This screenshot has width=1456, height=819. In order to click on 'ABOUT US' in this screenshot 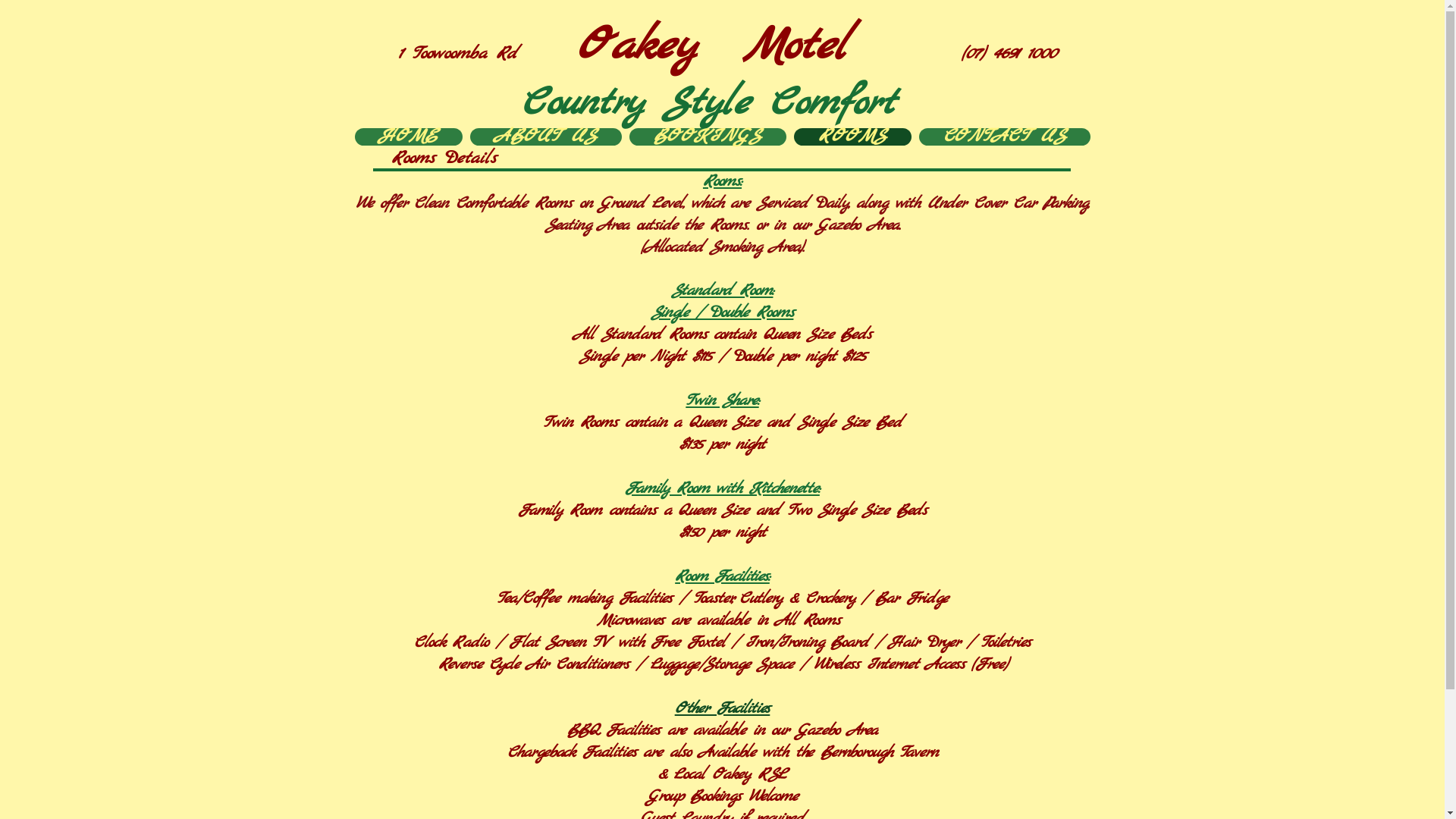, I will do `click(546, 136)`.